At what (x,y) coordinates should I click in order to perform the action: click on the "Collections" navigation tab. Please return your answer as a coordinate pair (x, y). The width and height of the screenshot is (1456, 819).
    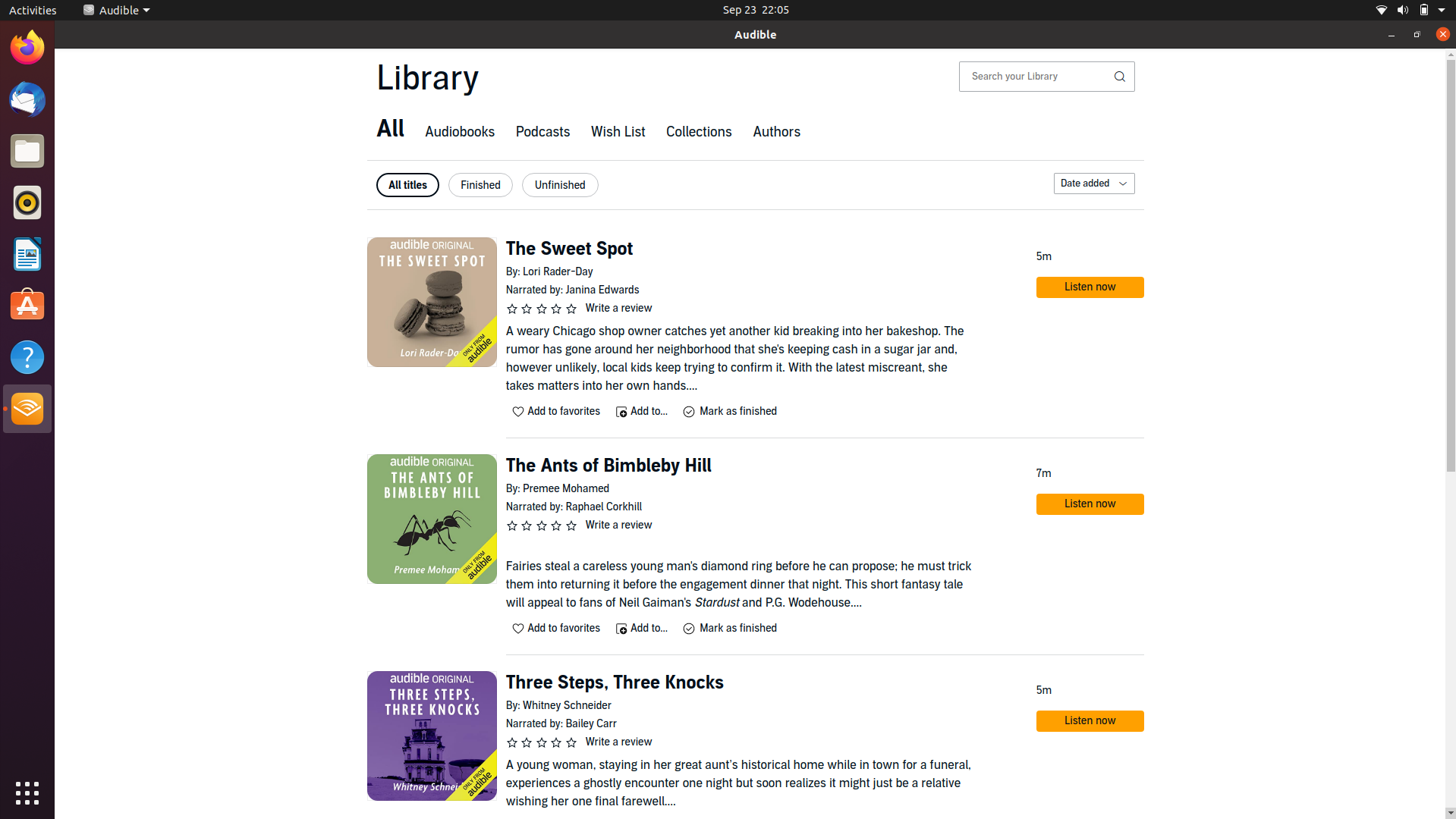
    Looking at the image, I should click on (697, 133).